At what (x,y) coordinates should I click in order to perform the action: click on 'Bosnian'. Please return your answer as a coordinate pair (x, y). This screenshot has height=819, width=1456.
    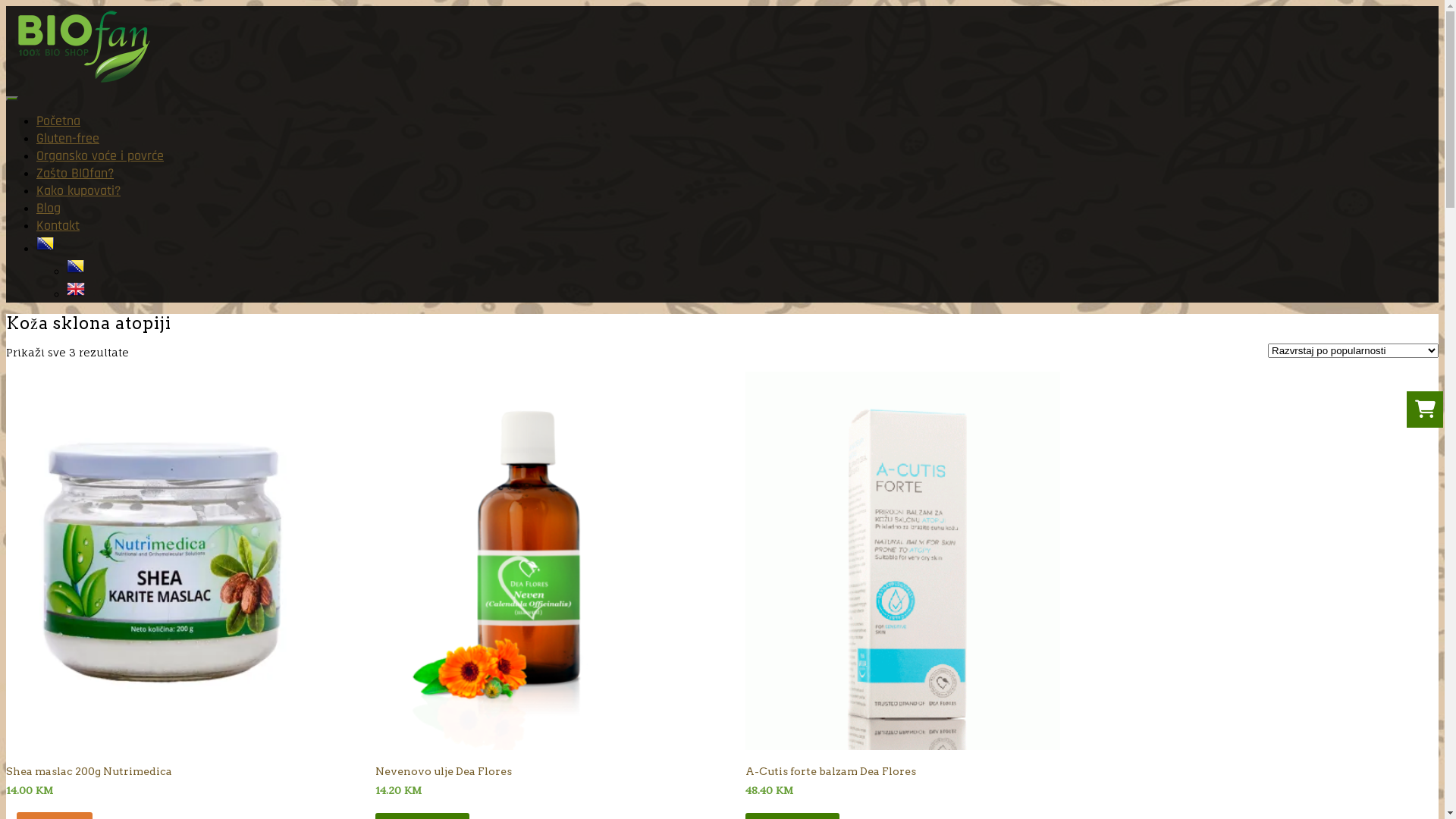
    Looking at the image, I should click on (45, 247).